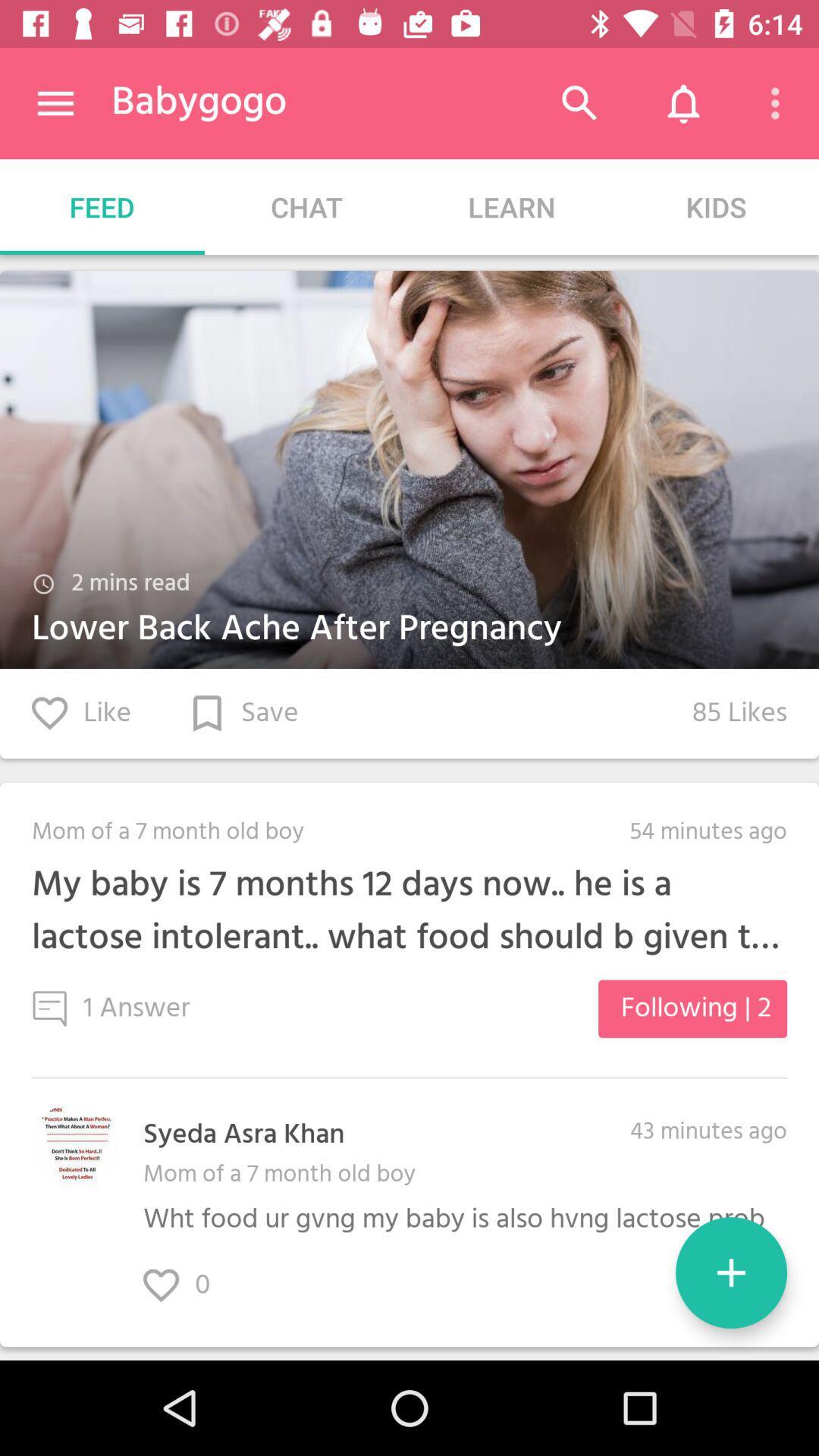  I want to click on the icon to the right of 1 answer item, so click(692, 1009).